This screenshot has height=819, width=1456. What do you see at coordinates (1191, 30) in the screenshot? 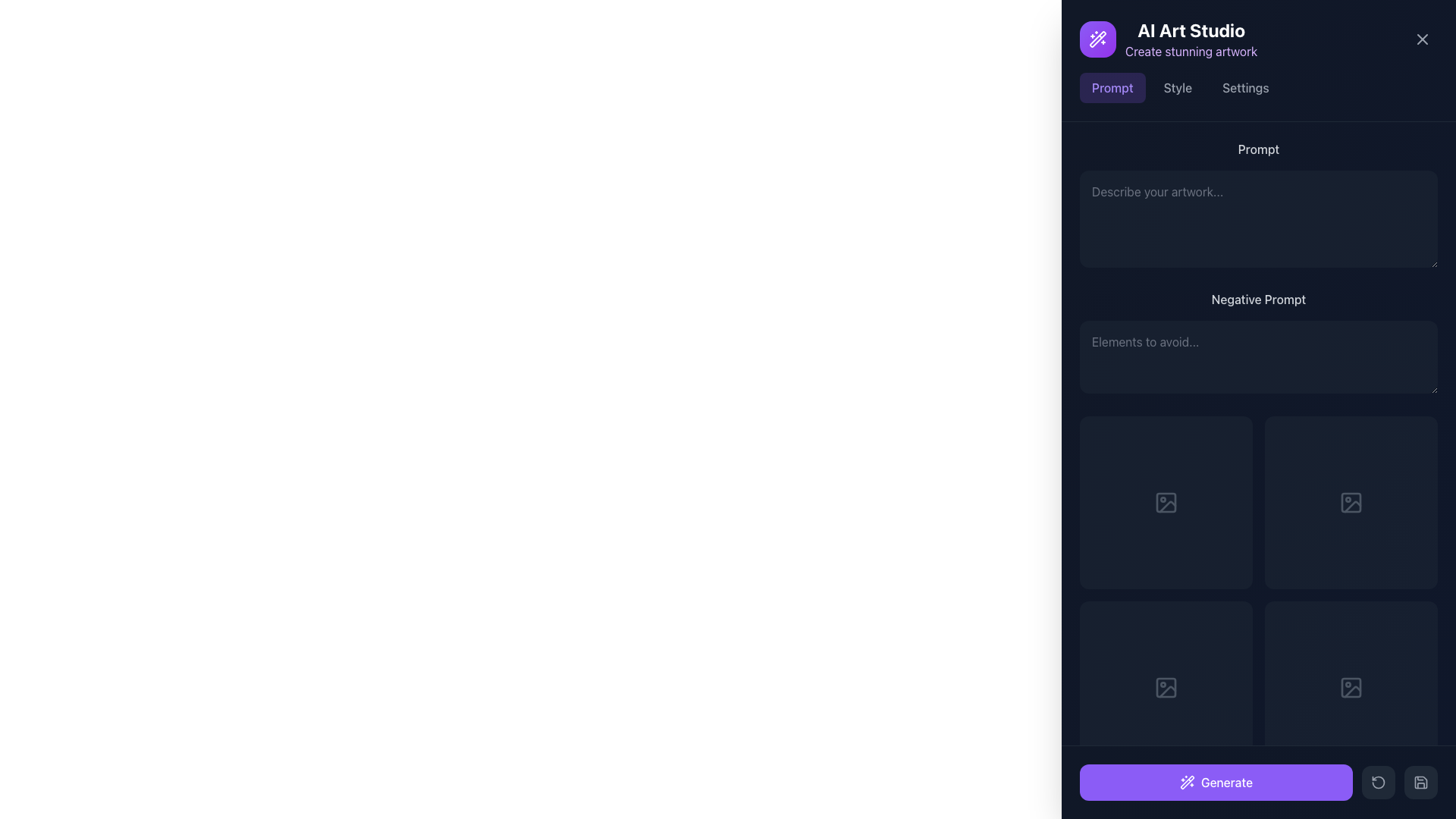
I see `the Text Label at the top left of the interface, which serves as the header indicating the section's name and purpose` at bounding box center [1191, 30].